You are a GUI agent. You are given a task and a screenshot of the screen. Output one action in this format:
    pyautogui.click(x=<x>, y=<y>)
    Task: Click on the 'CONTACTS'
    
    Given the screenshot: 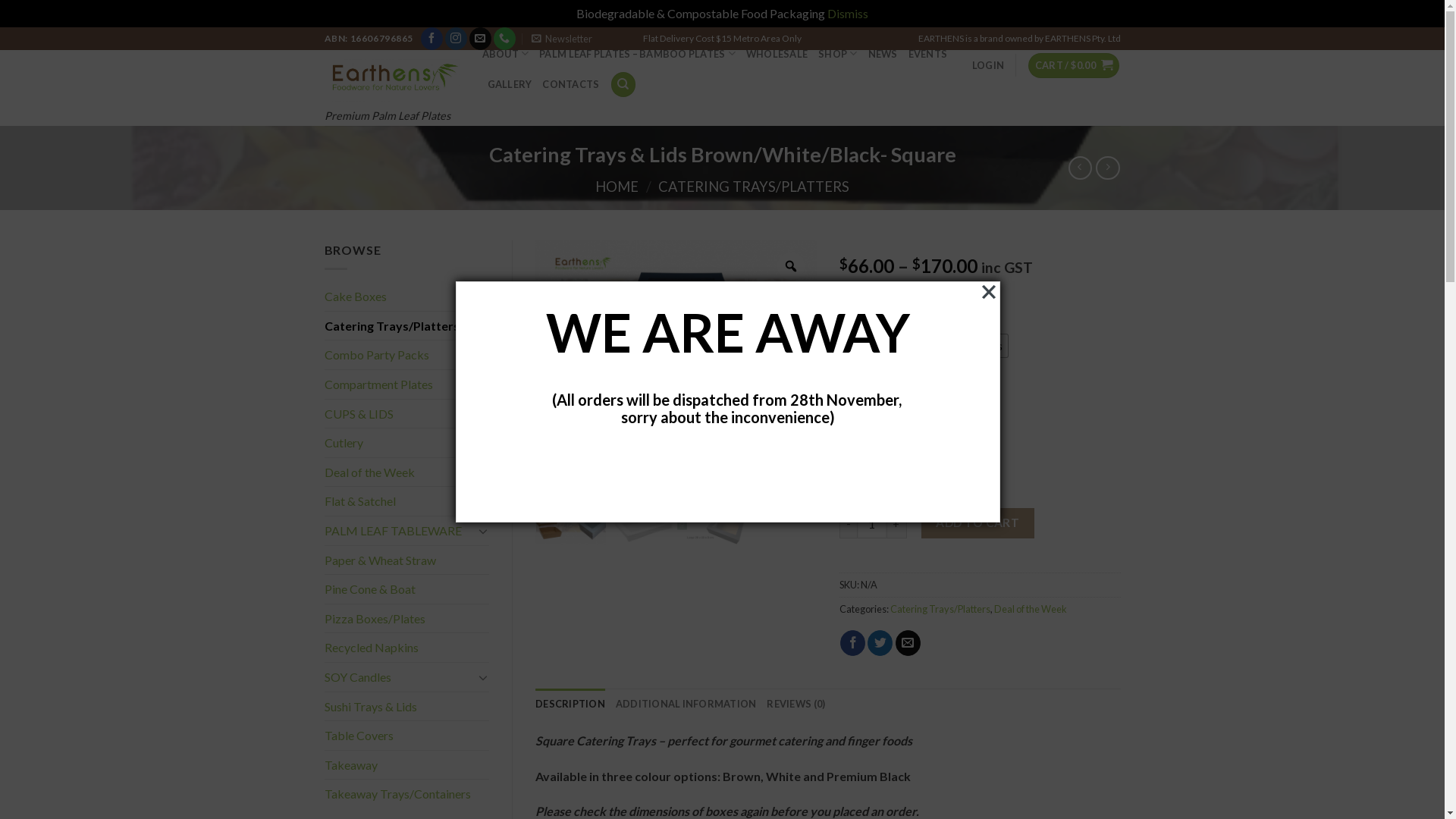 What is the action you would take?
    pyautogui.click(x=570, y=84)
    